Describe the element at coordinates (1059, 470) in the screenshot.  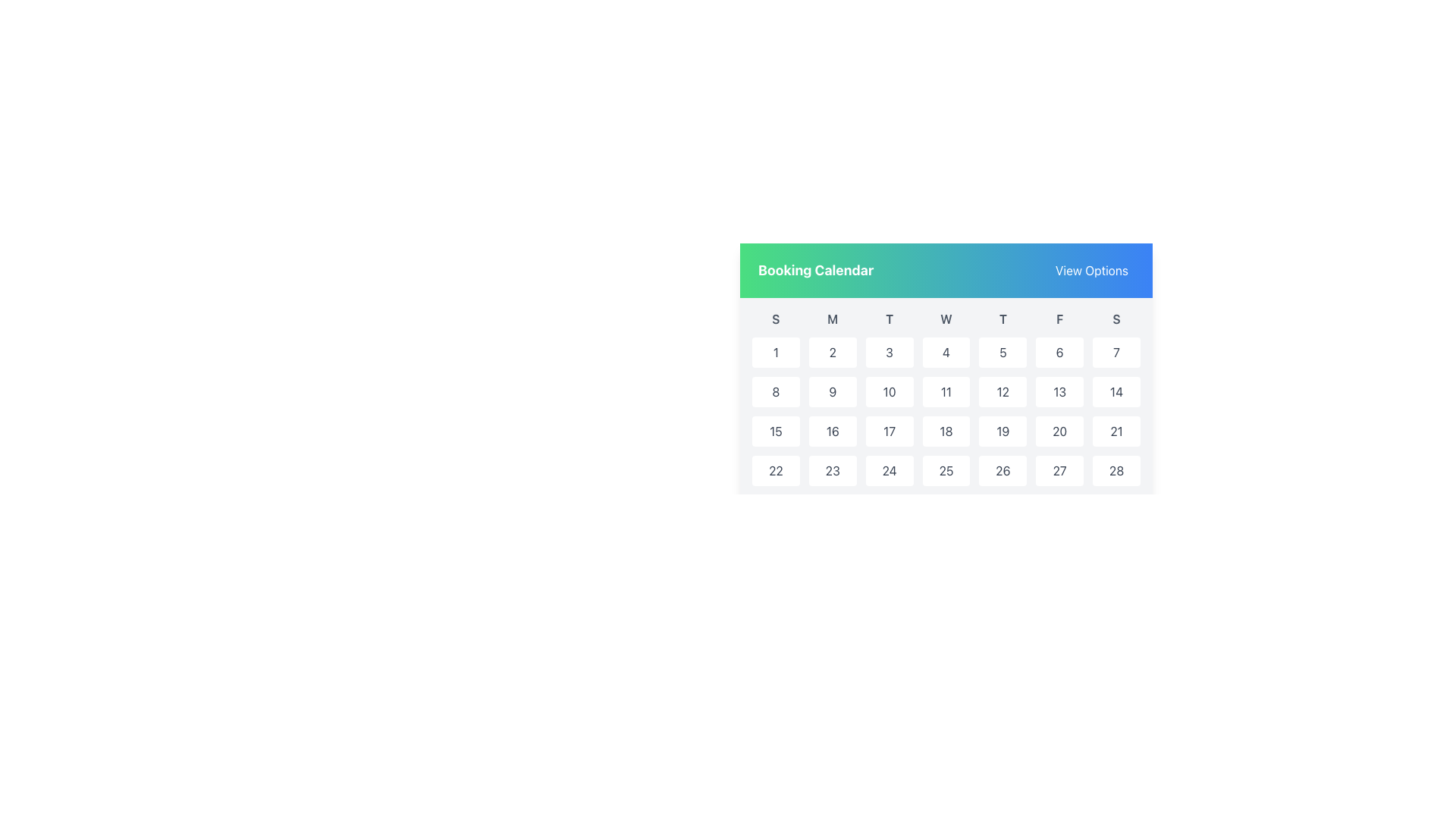
I see `the text element representing the date 27 in the calendar` at that location.